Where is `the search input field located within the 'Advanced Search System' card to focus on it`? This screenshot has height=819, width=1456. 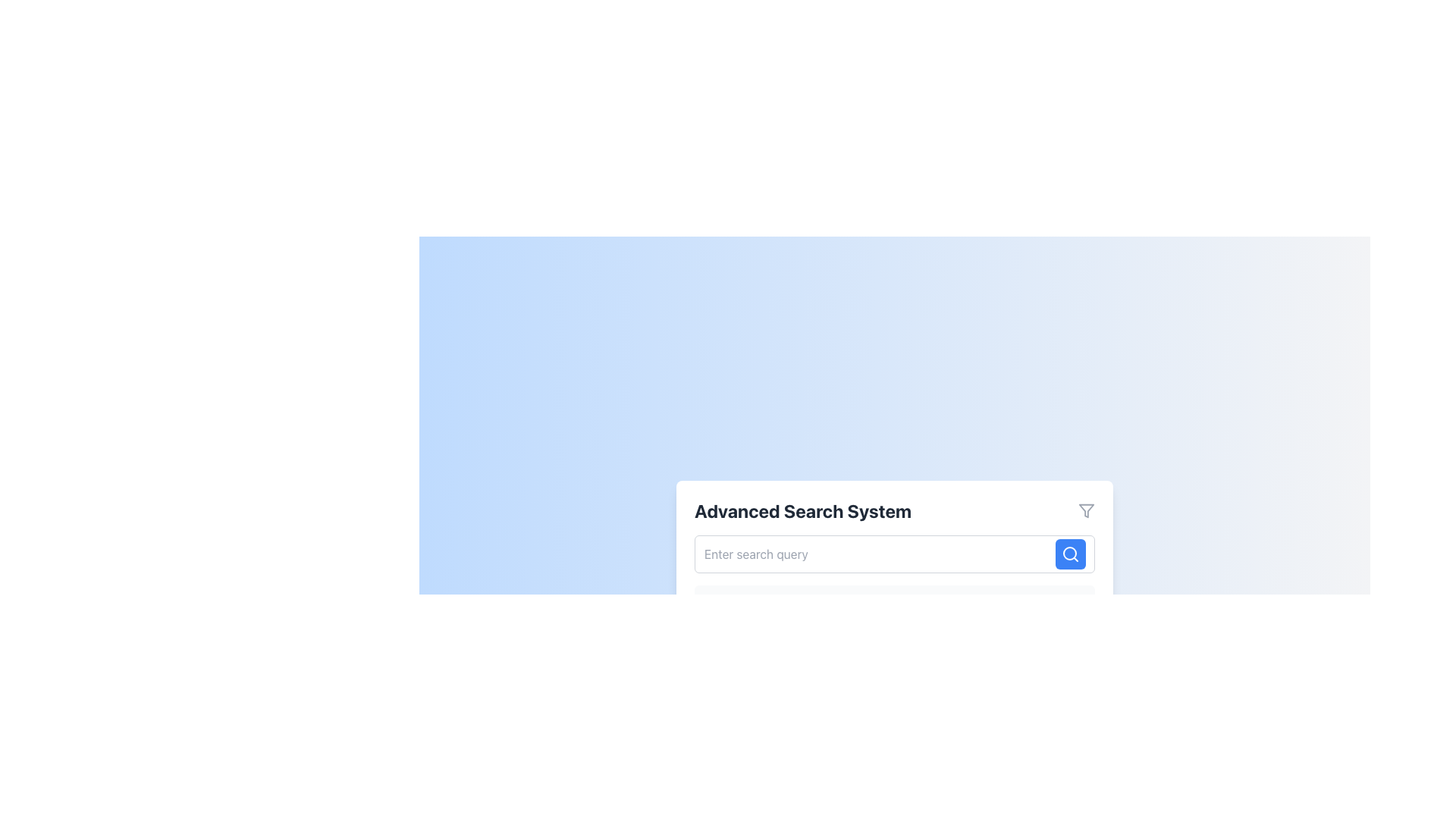 the search input field located within the 'Advanced Search System' card to focus on it is located at coordinates (895, 554).